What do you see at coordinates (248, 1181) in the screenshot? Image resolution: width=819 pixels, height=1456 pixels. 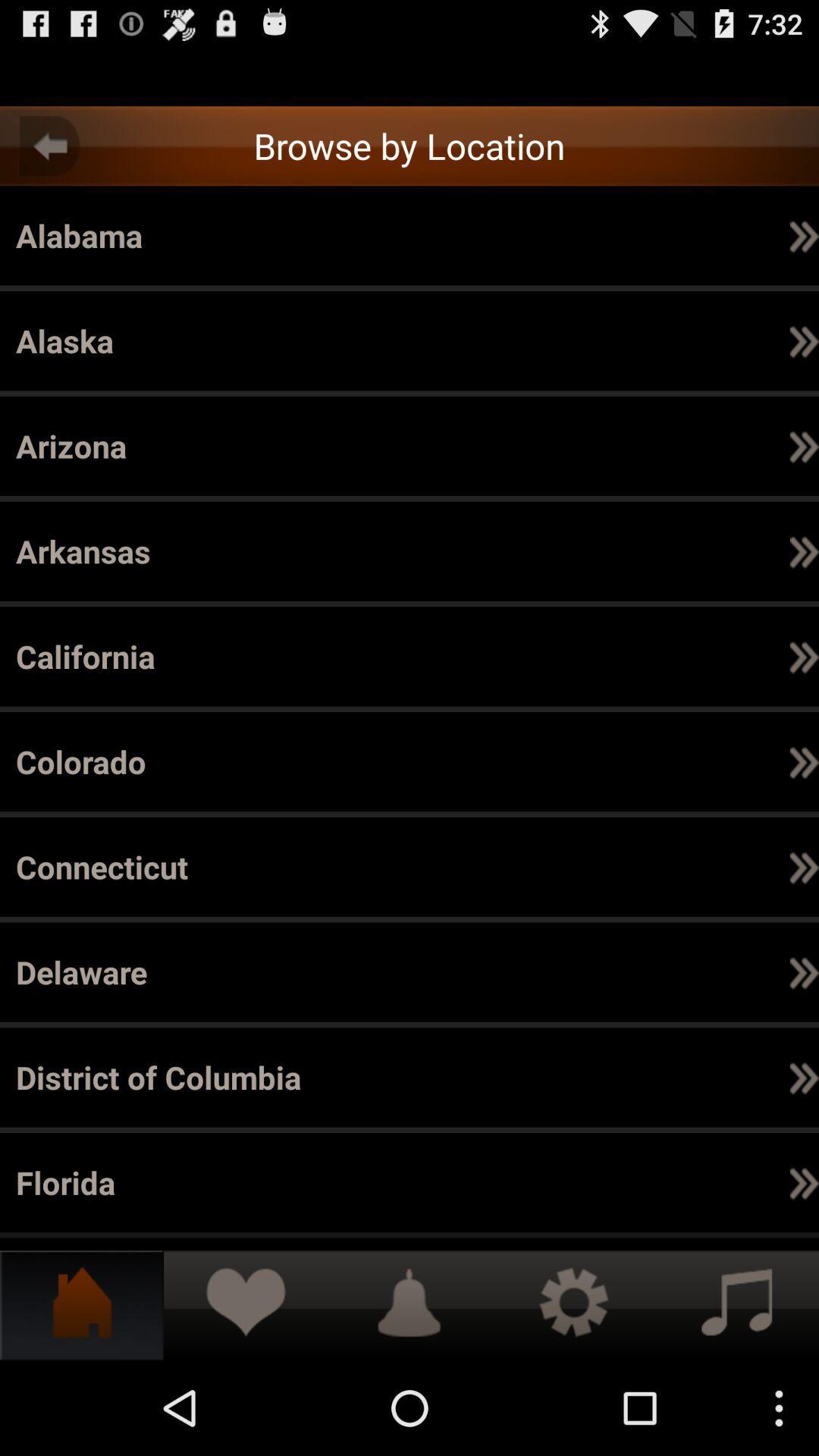 I see `the item above   glenn` at bounding box center [248, 1181].